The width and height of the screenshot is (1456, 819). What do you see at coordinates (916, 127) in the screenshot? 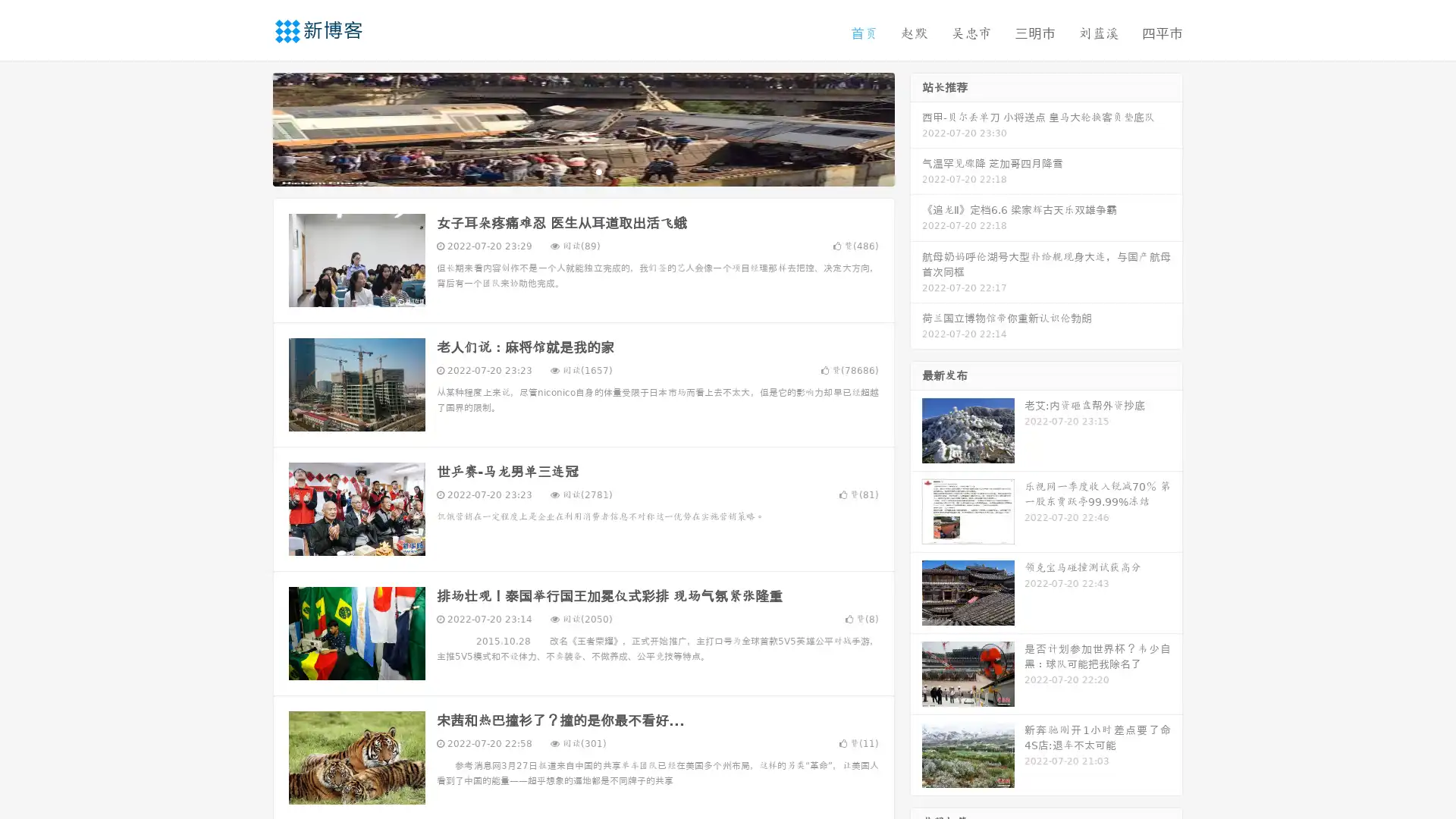
I see `Next slide` at bounding box center [916, 127].